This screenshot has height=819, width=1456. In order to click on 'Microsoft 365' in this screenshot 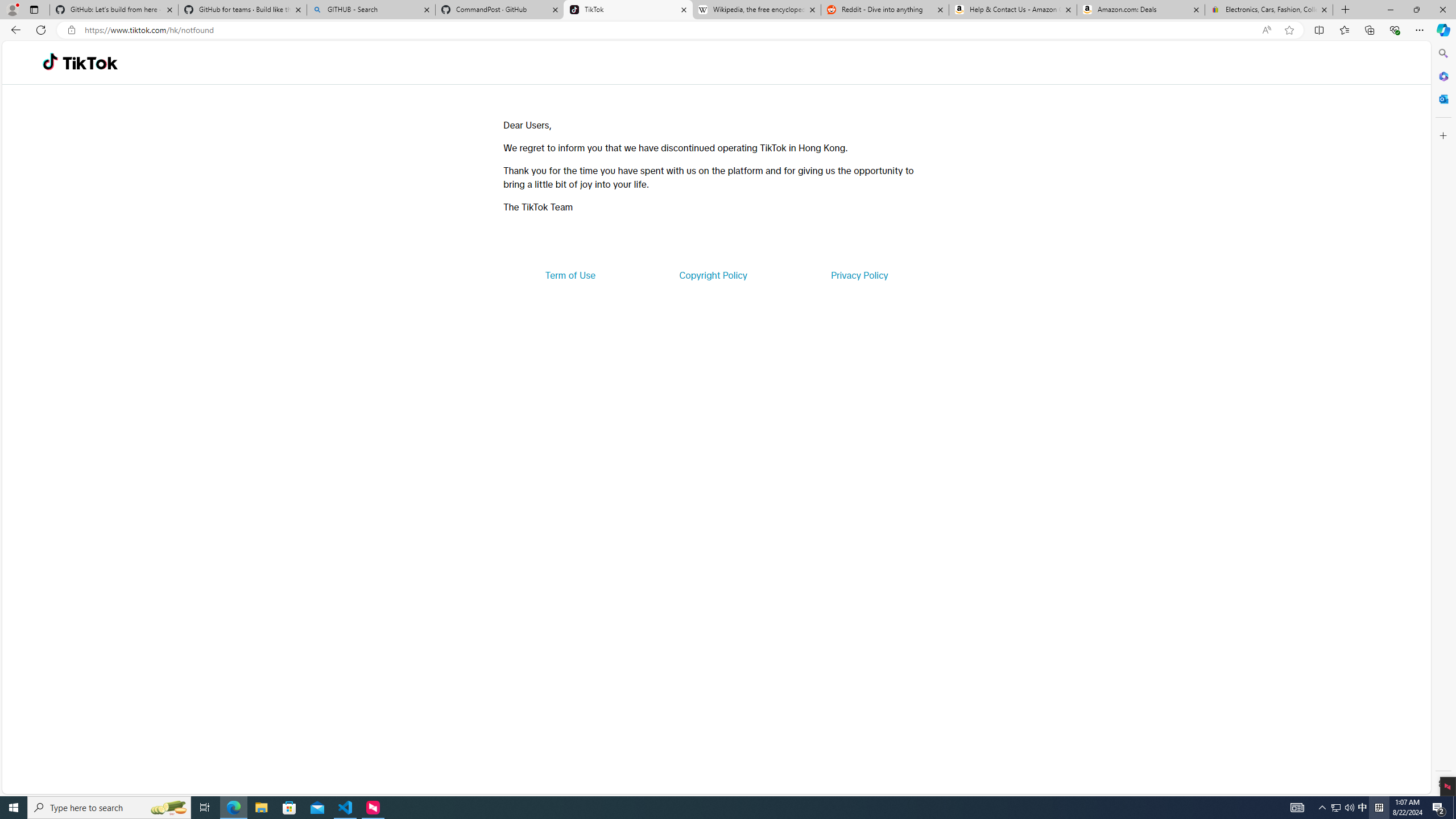, I will do `click(1442, 76)`.